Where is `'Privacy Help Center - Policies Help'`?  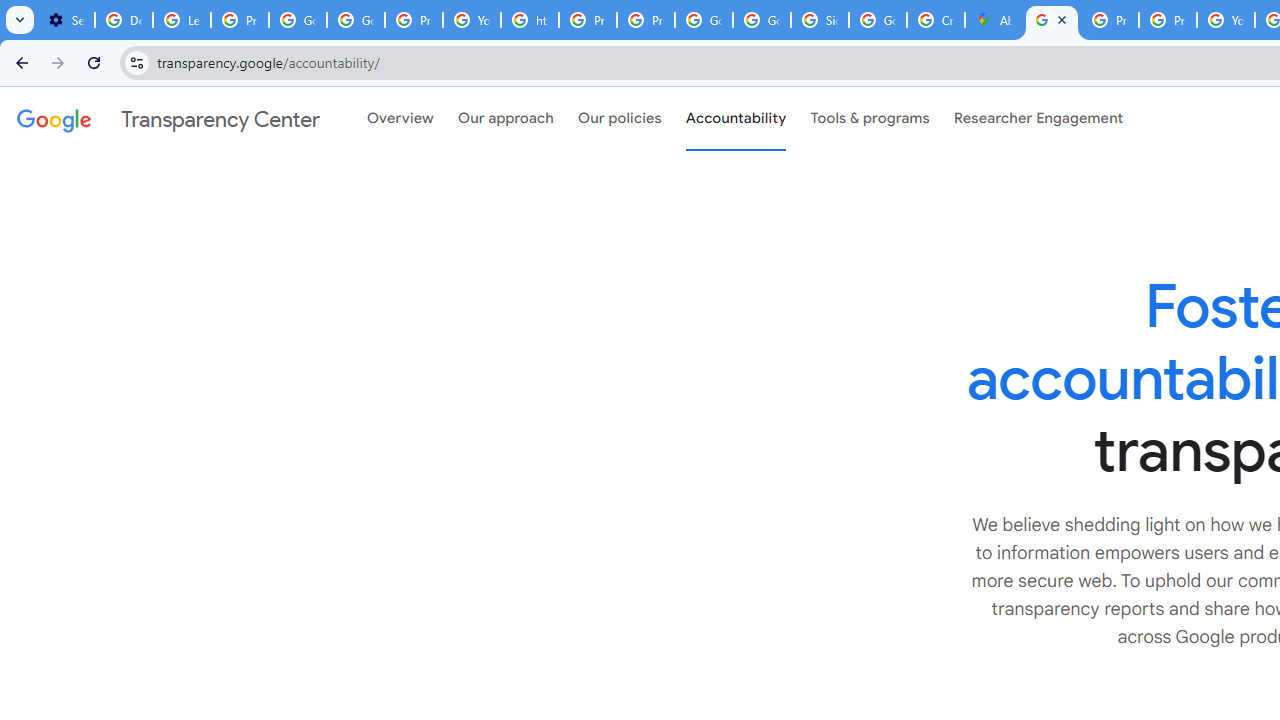
'Privacy Help Center - Policies Help' is located at coordinates (1109, 20).